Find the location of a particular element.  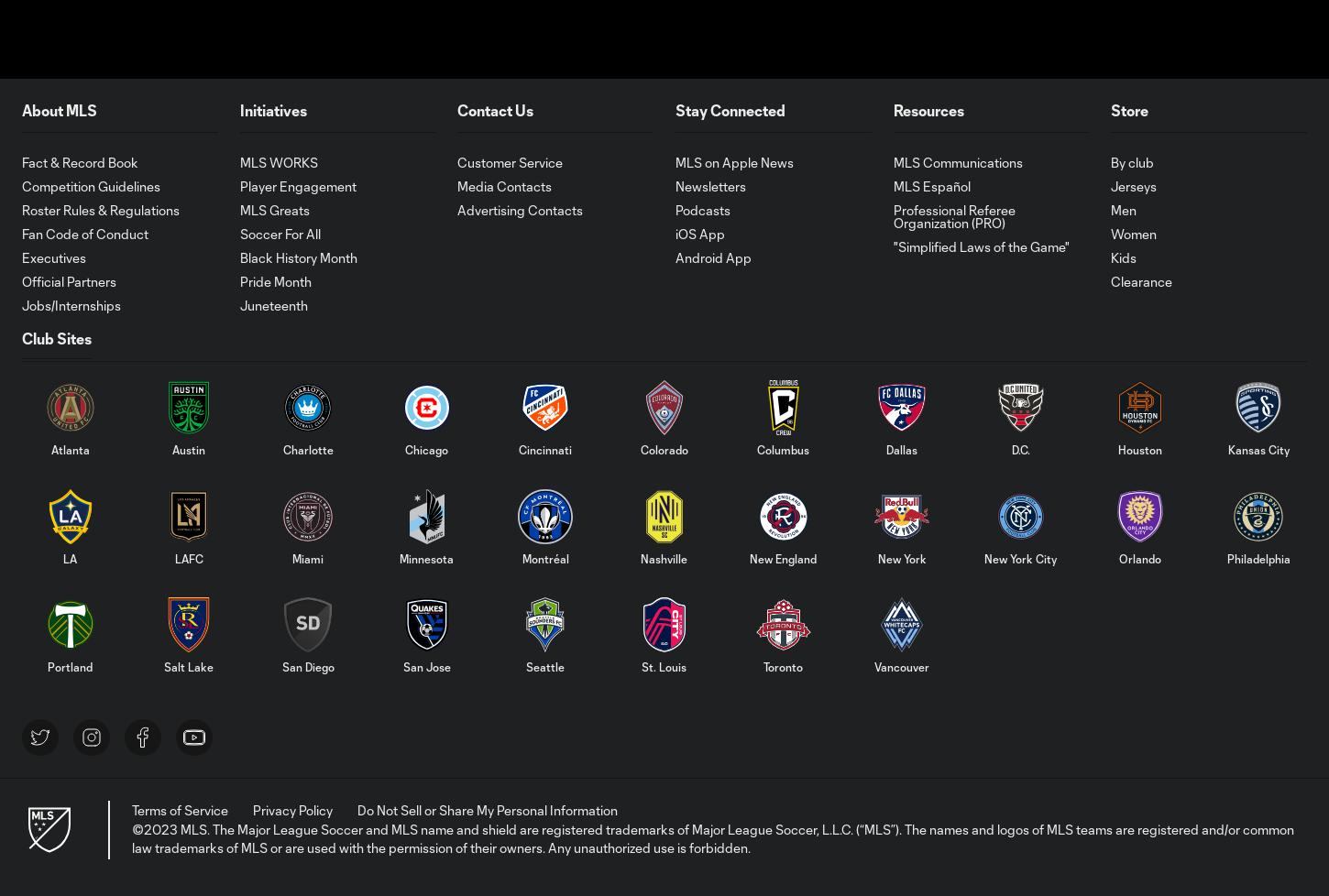

'MLS on Apple News' is located at coordinates (734, 161).